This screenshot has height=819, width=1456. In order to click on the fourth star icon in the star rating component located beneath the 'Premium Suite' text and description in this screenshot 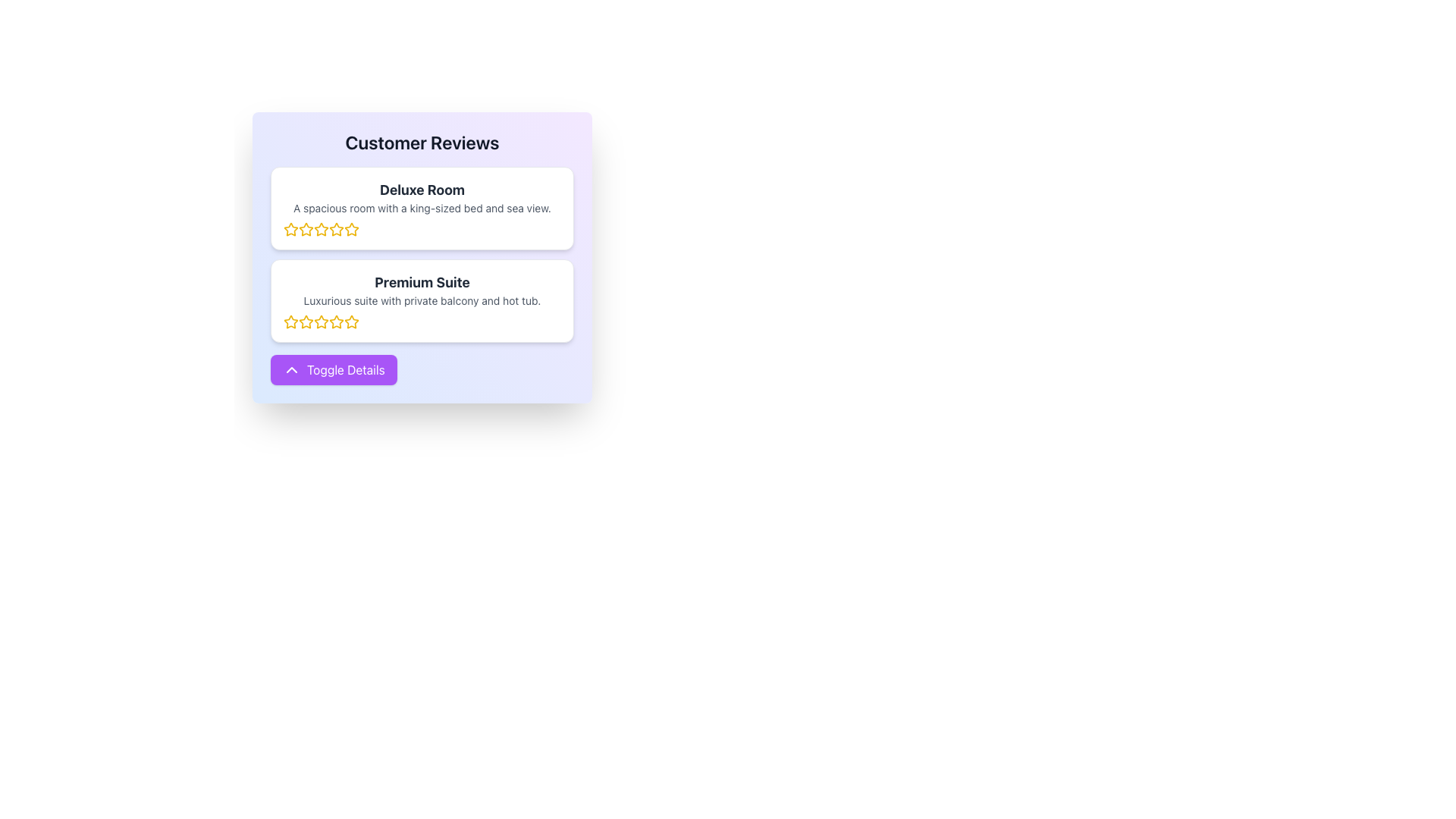, I will do `click(320, 321)`.